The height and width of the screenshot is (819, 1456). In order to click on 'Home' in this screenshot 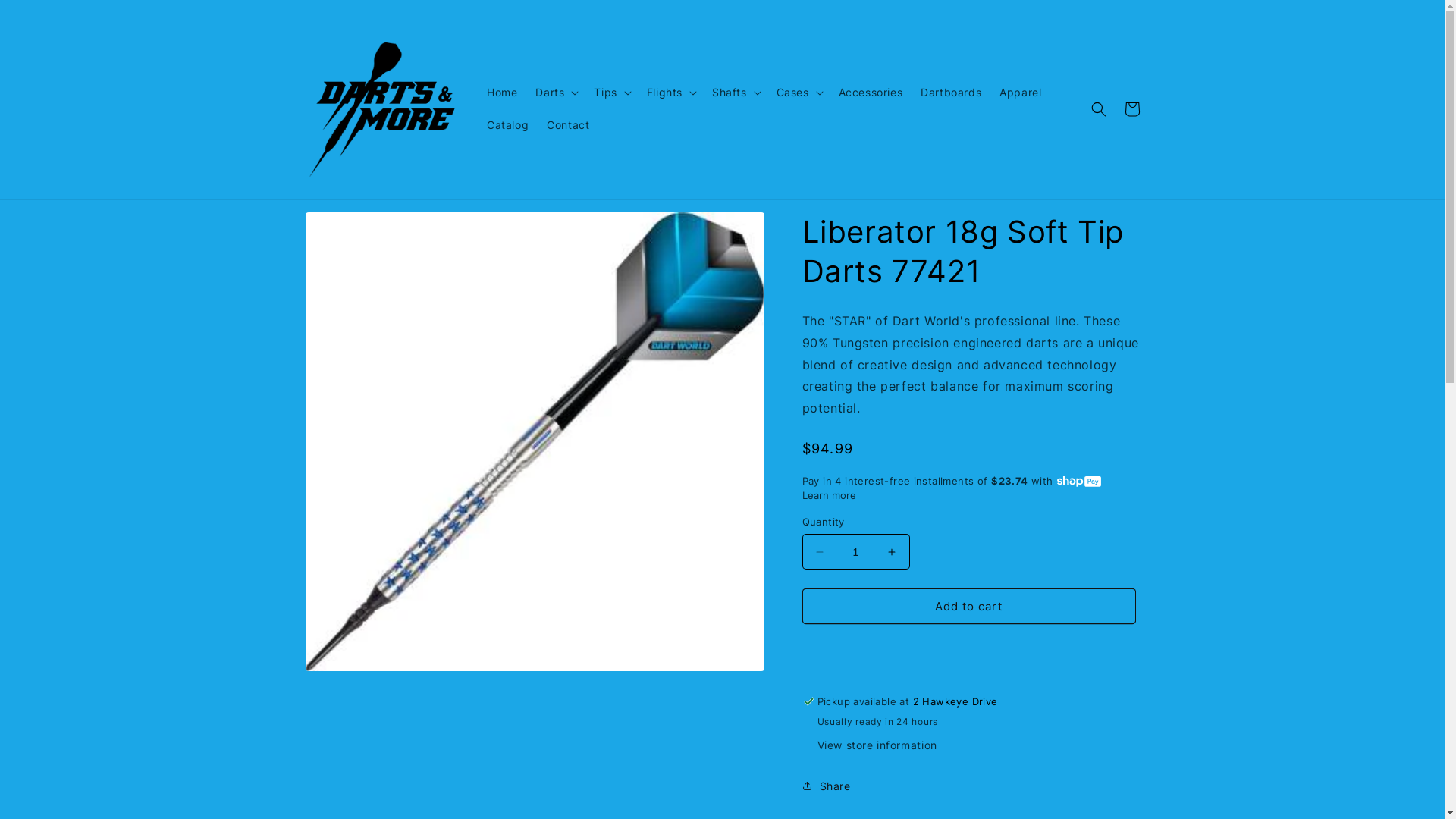, I will do `click(502, 93)`.